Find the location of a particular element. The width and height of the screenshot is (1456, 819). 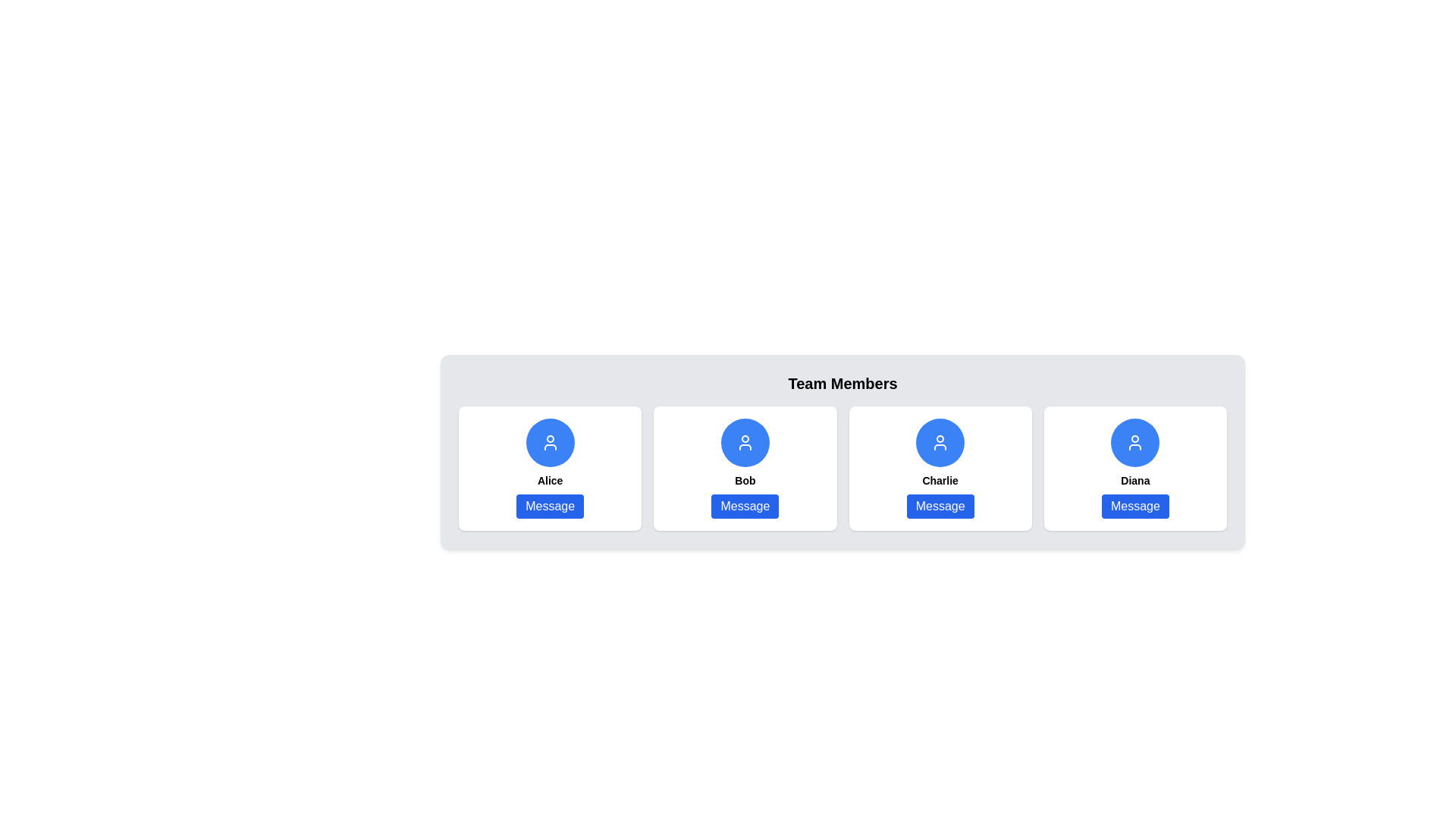

the text label displaying the name 'Diana', which is located within the fourth user card, positioned under the user icon and above the 'Message' button is located at coordinates (1135, 480).